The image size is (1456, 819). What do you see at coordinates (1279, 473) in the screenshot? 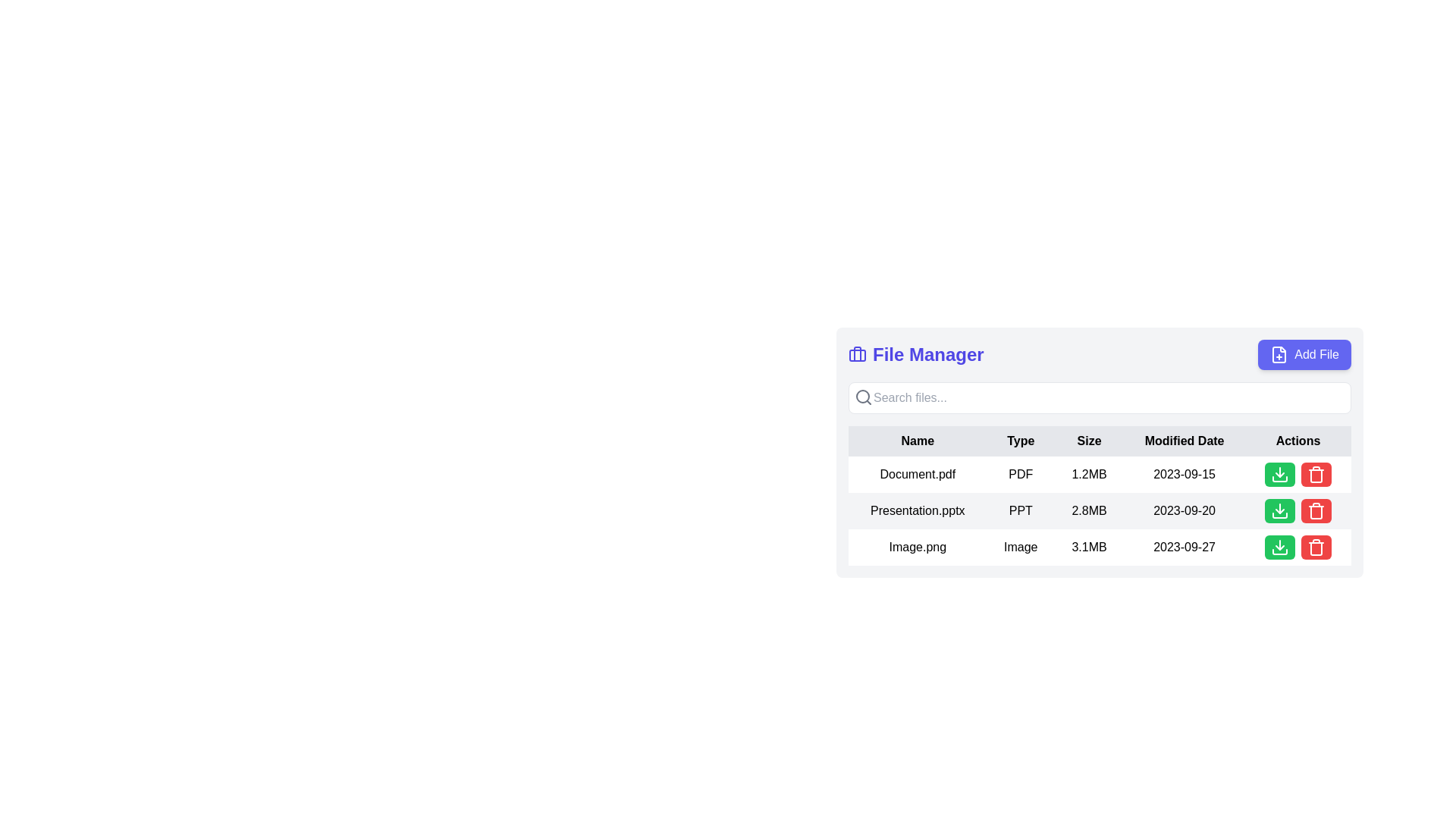
I see `the download icon within the green button in the 'Actions' column to initiate the download of the file 'Image.png'` at bounding box center [1279, 473].